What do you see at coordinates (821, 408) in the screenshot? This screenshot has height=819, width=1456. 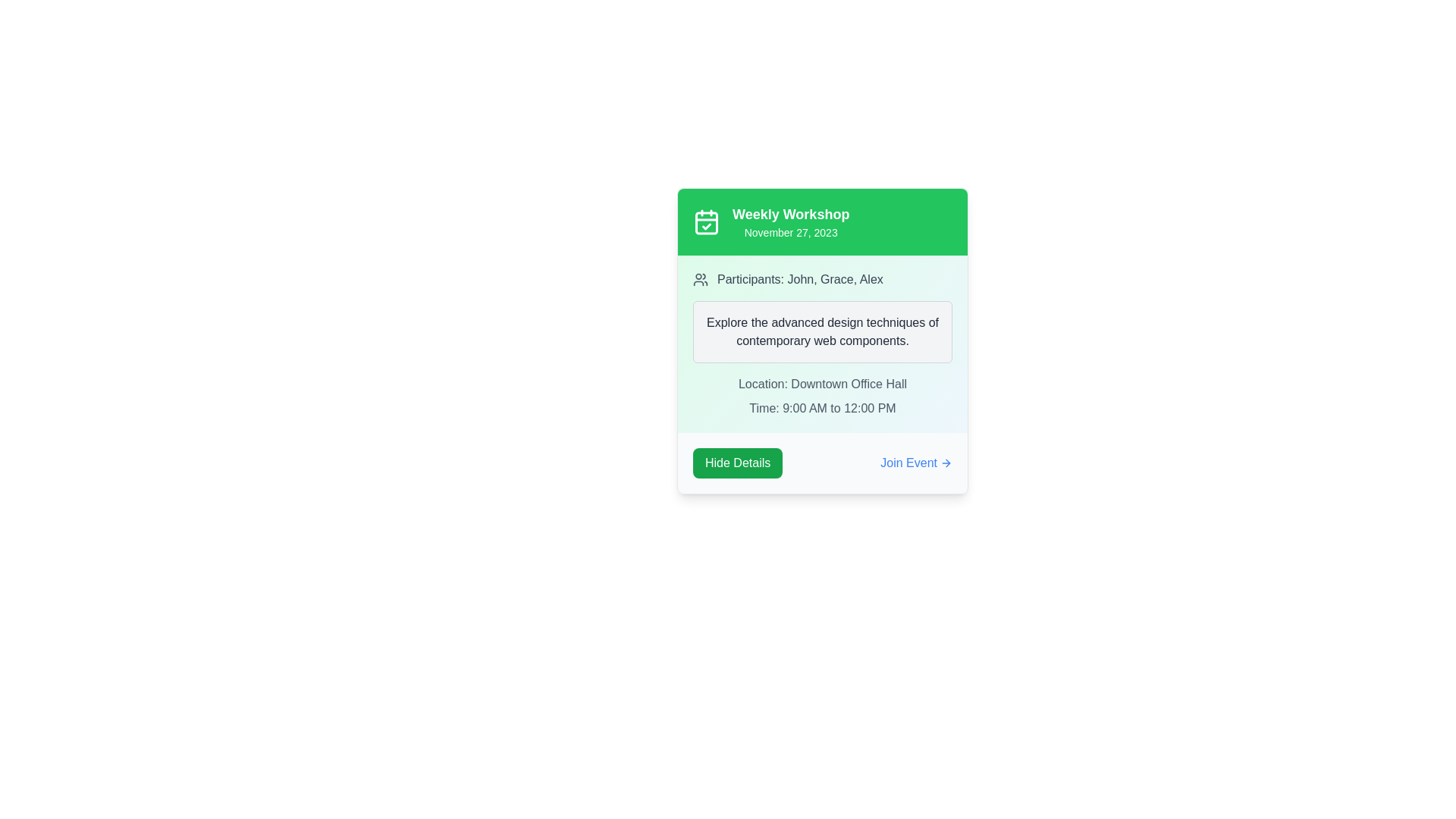 I see `time range text label that indicates the event occurs from 9:00 AM to 12:00 PM, located below the 'Location: Downtown Office Hall' text within the card interface` at bounding box center [821, 408].